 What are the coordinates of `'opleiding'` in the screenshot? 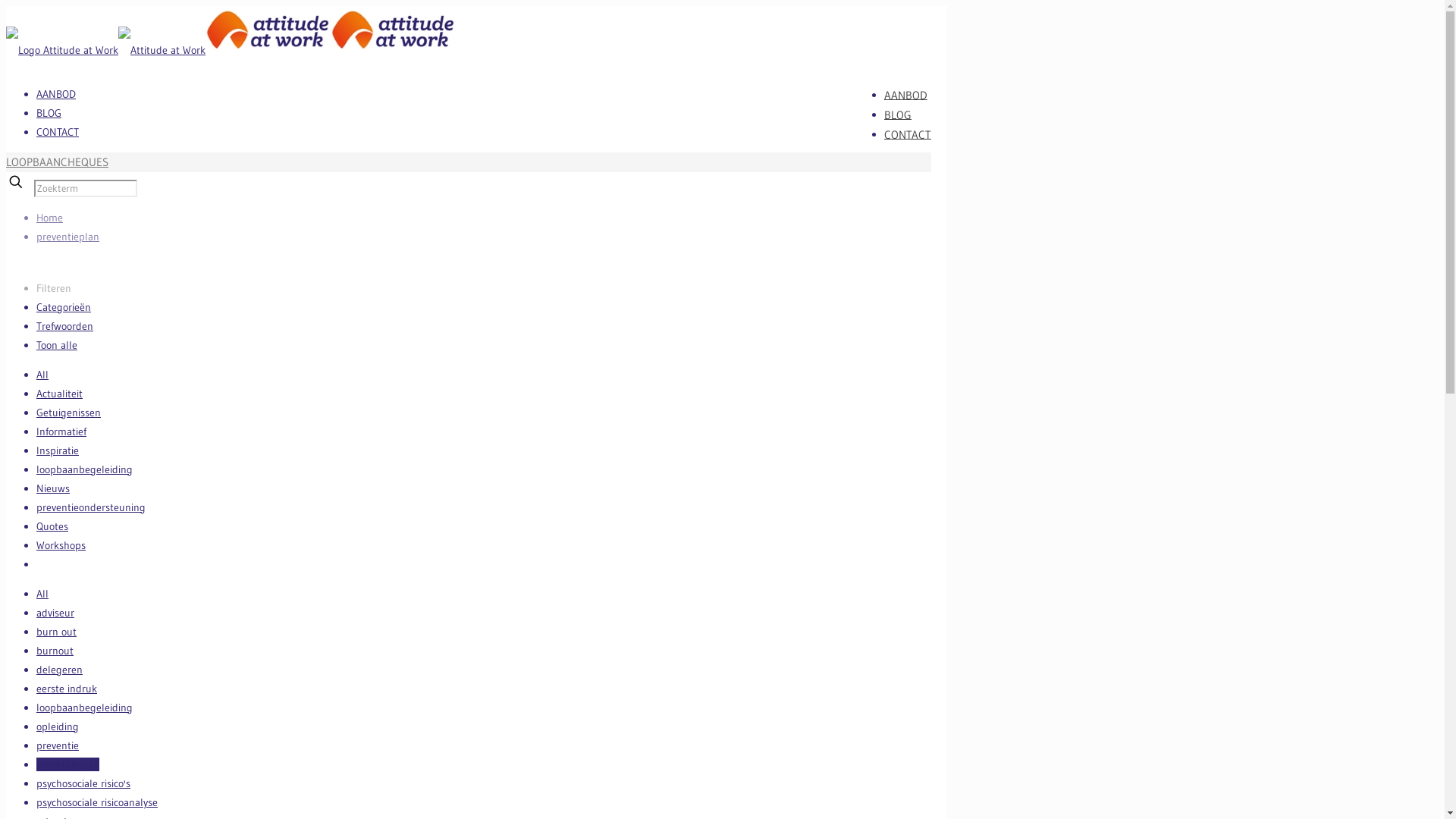 It's located at (58, 725).